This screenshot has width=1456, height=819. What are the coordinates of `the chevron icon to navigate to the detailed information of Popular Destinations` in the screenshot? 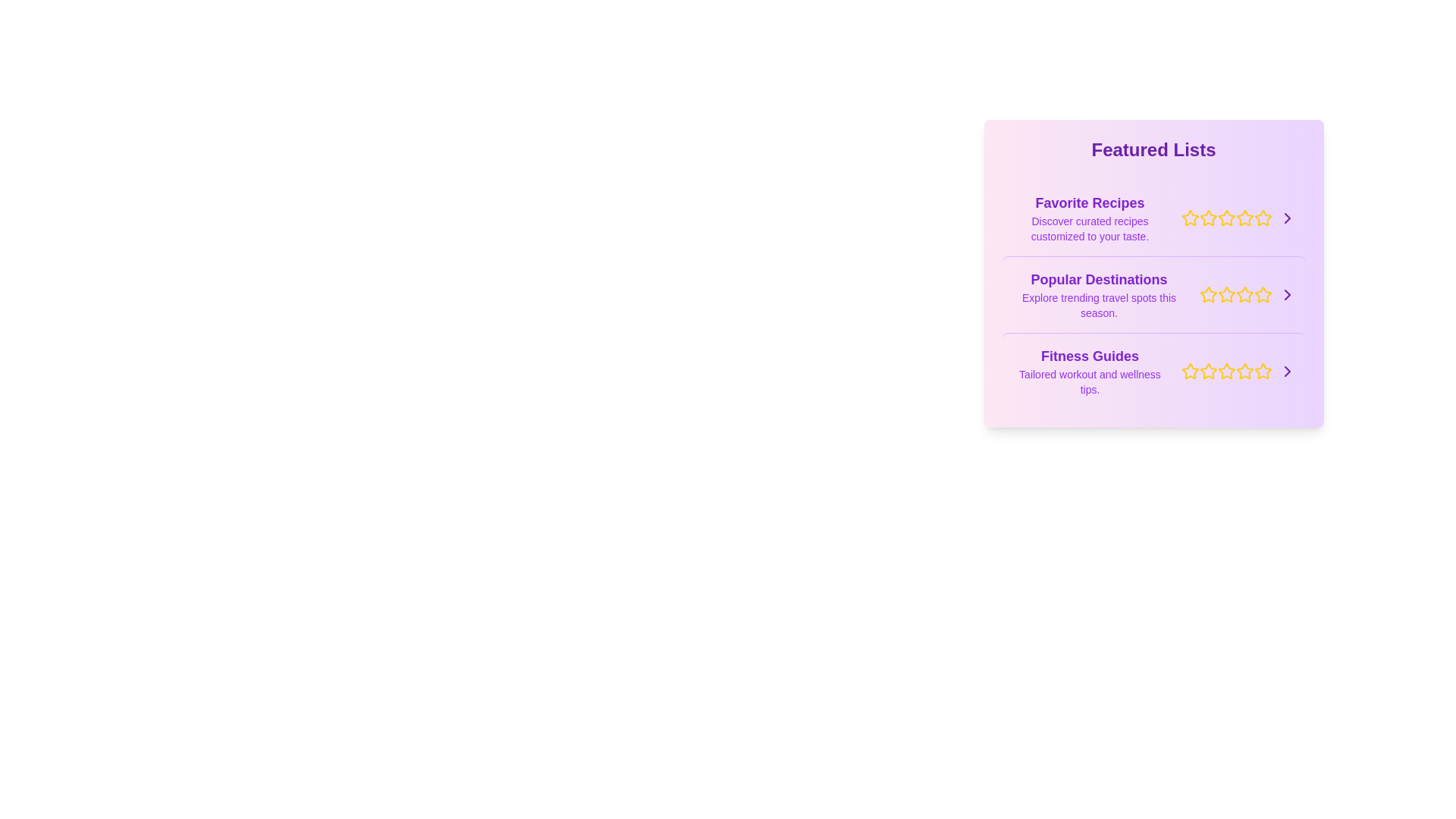 It's located at (1286, 295).